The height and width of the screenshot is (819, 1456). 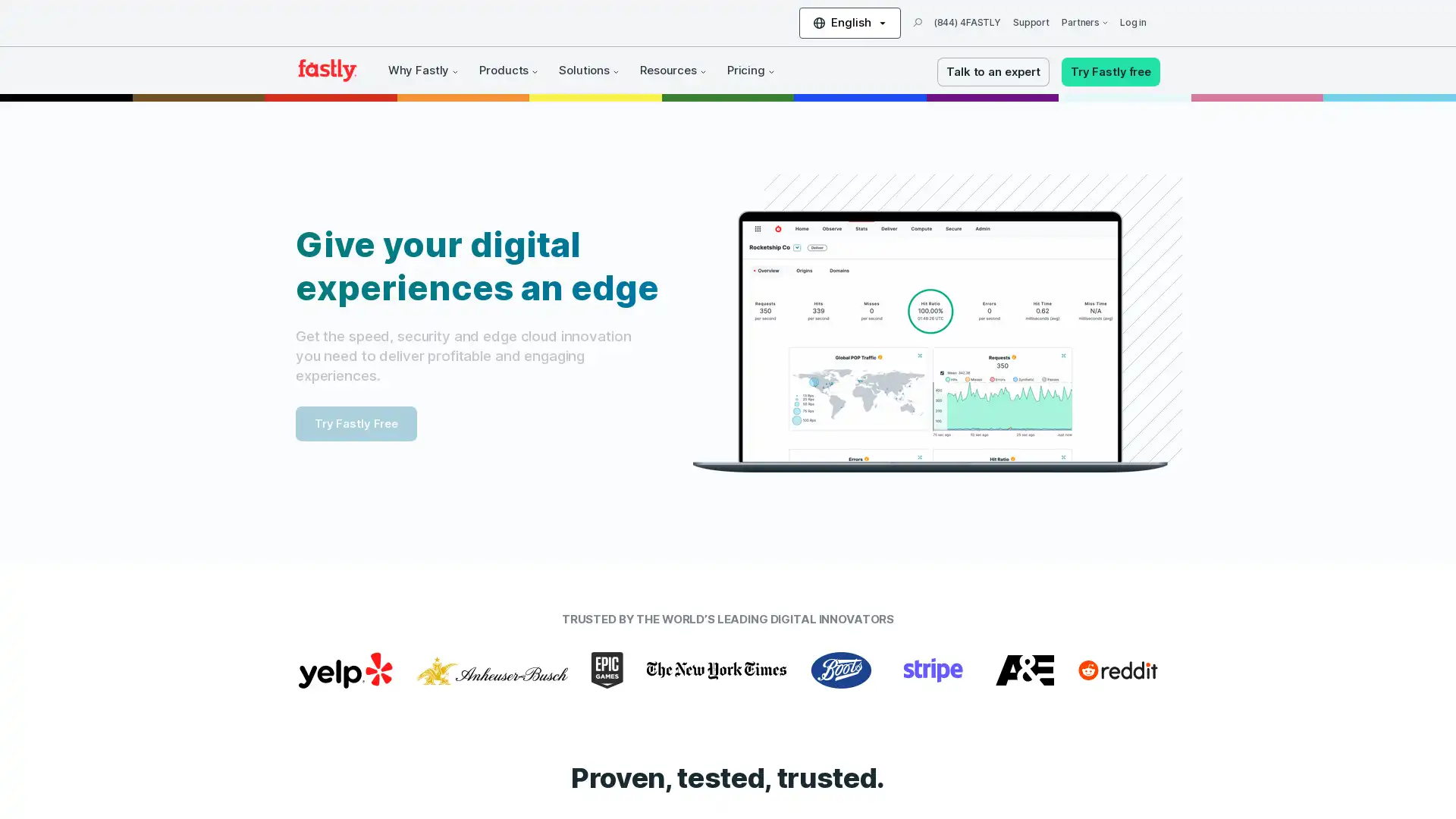 I want to click on Close, so click(x=277, y=614).